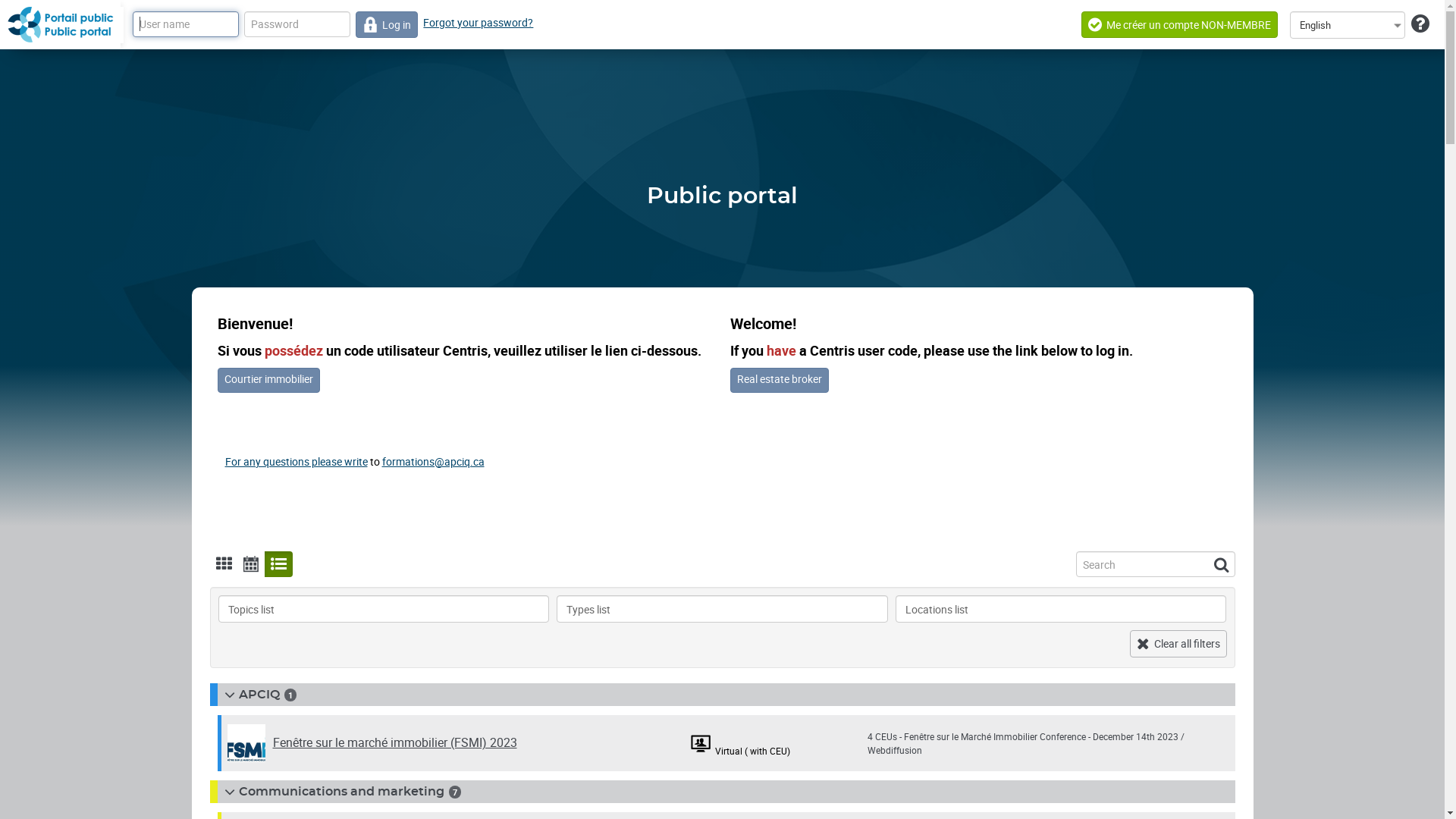  Describe the element at coordinates (295, 460) in the screenshot. I see `'For any questions please write'` at that location.